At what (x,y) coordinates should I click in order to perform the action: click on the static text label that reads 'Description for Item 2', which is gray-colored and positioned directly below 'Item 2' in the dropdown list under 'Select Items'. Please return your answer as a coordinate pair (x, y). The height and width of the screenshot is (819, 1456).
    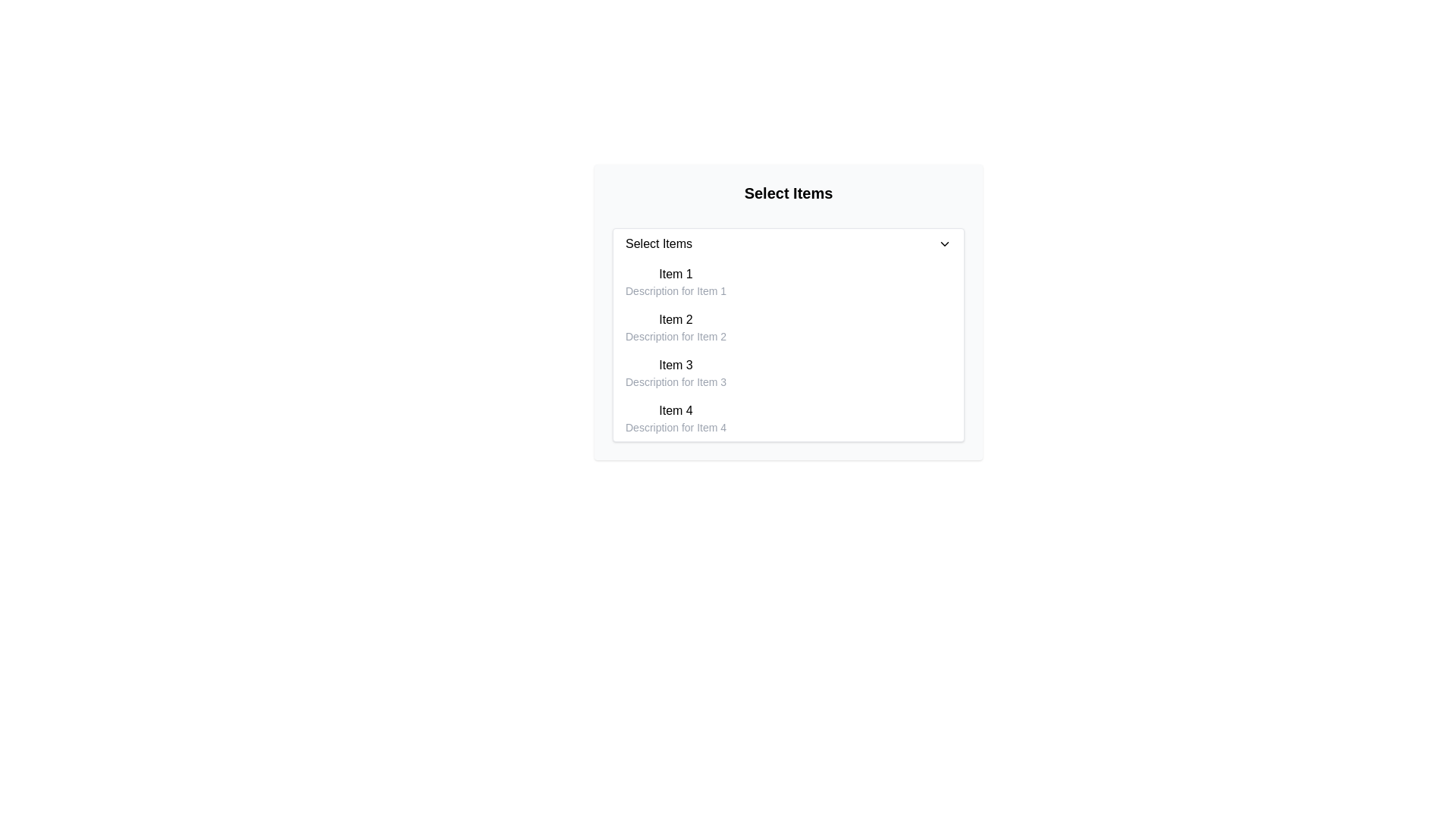
    Looking at the image, I should click on (675, 335).